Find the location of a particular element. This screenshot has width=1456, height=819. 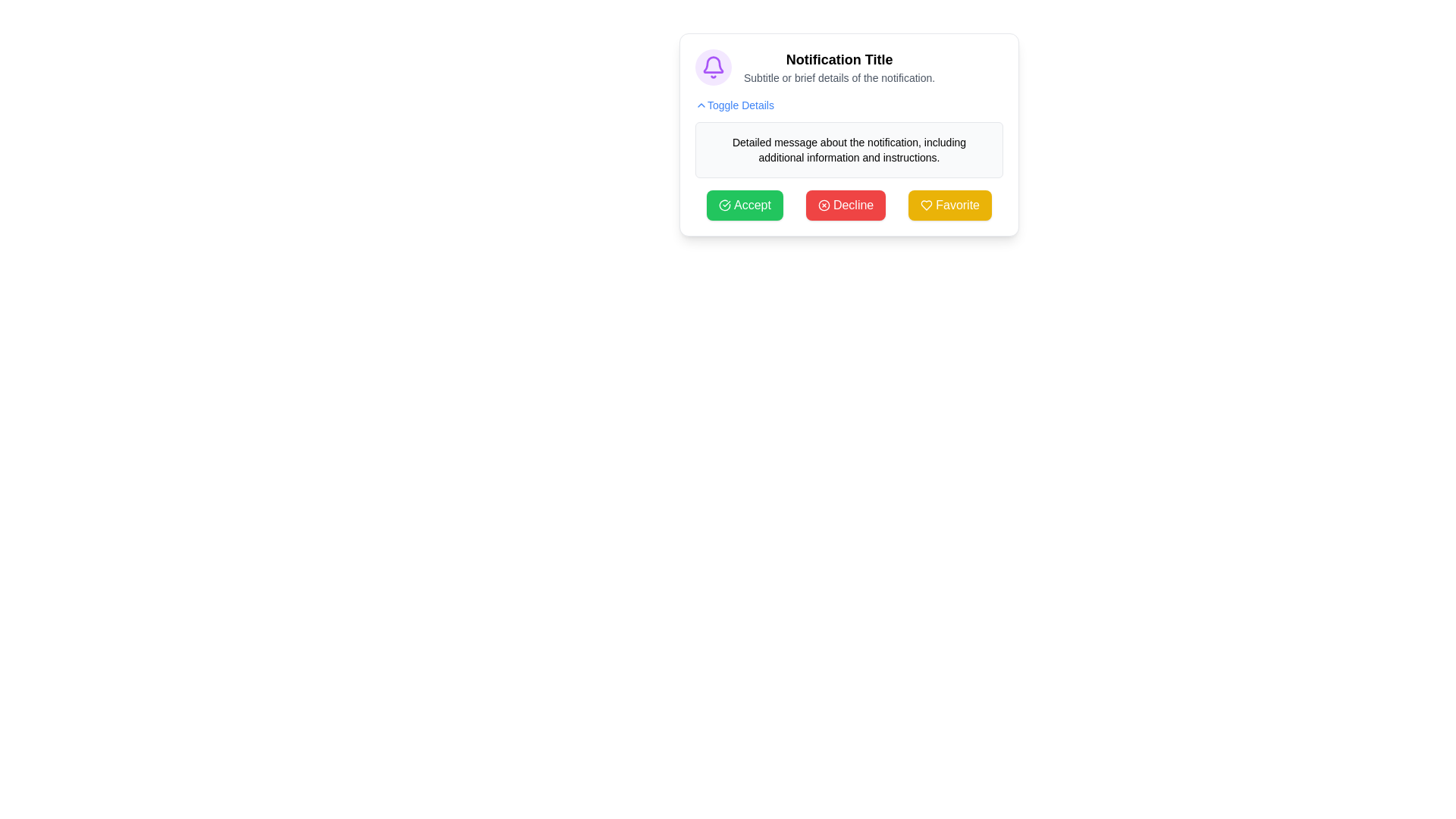

the heart icon located to the left of the 'Favorite' text in the yellow button at the bottom right of the notification card is located at coordinates (926, 205).